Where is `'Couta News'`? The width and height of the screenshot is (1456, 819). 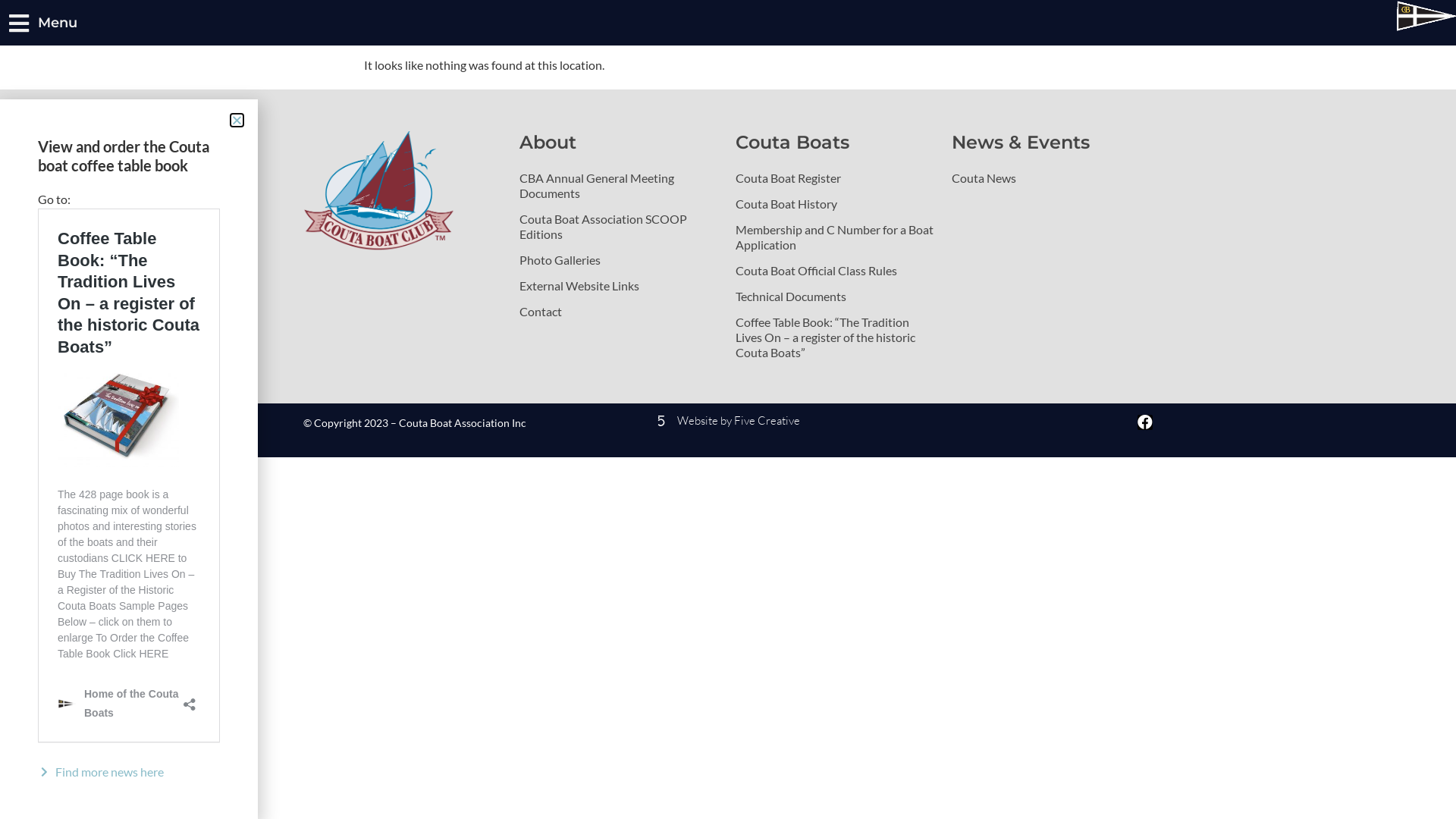
'Couta News' is located at coordinates (1051, 177).